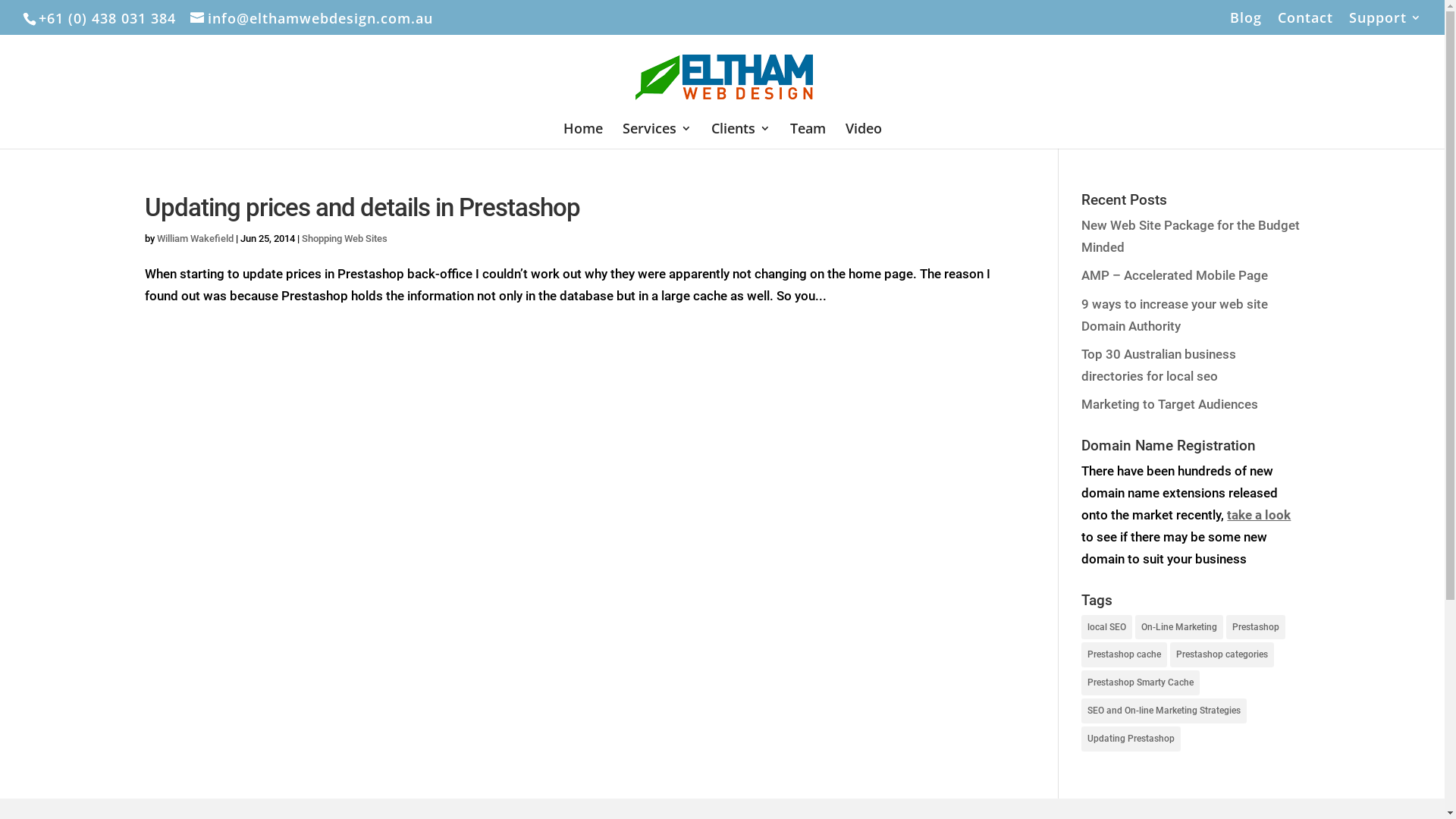 This screenshot has height=819, width=1456. I want to click on 'Contact', so click(1304, 23).